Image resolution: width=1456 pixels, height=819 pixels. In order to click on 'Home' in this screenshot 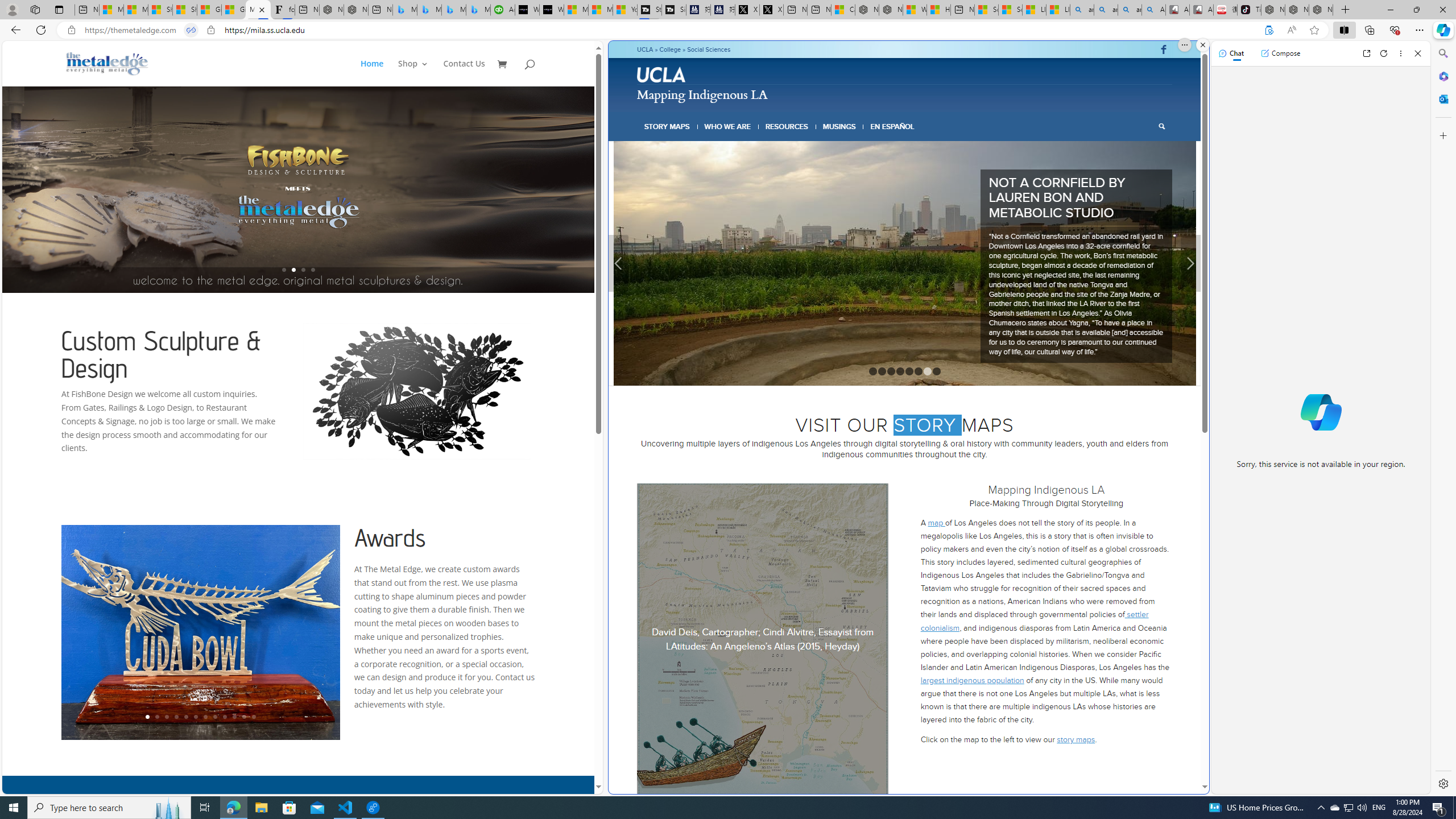, I will do `click(371, 72)`.